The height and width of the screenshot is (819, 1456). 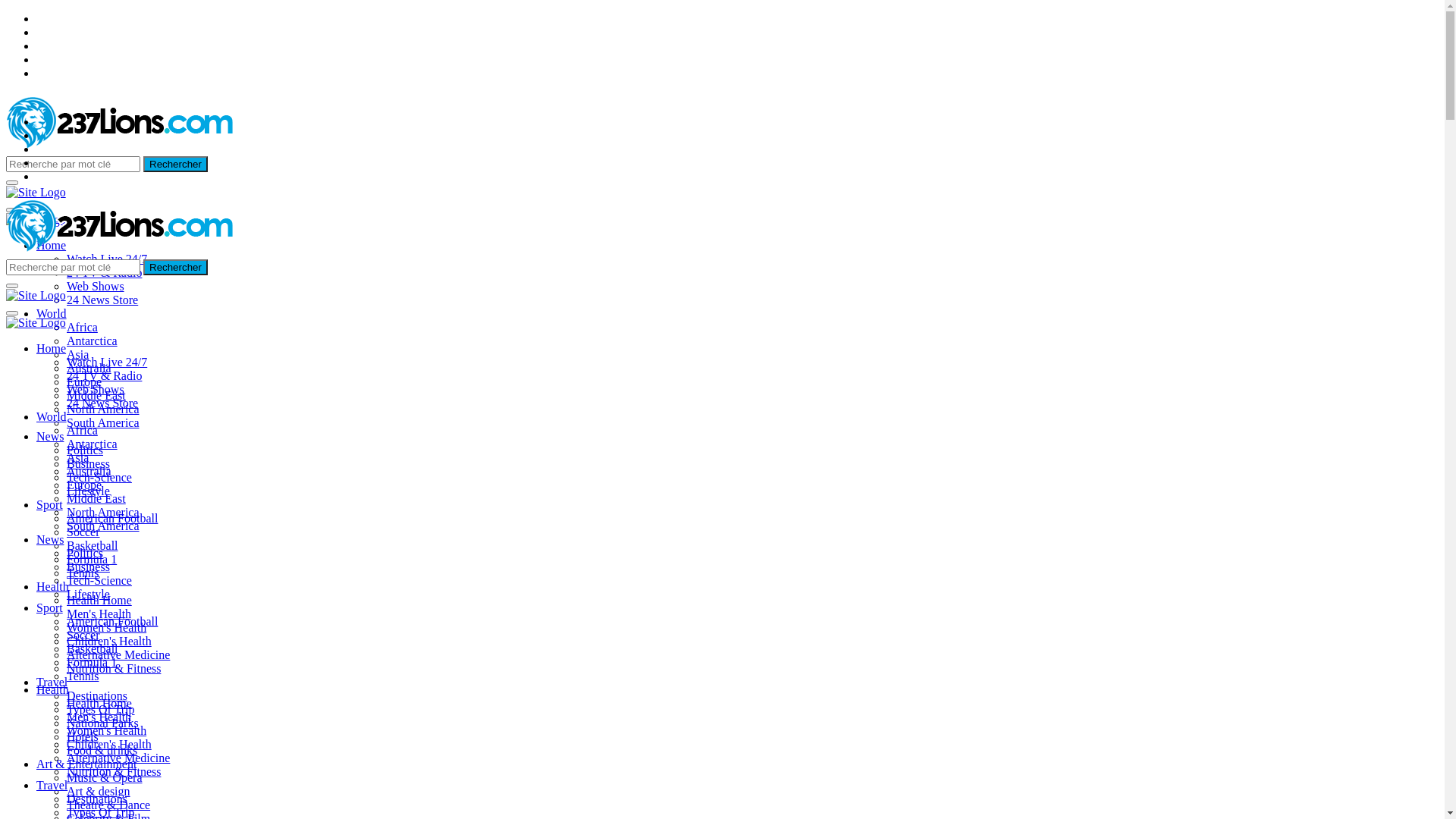 What do you see at coordinates (83, 449) in the screenshot?
I see `'Politics'` at bounding box center [83, 449].